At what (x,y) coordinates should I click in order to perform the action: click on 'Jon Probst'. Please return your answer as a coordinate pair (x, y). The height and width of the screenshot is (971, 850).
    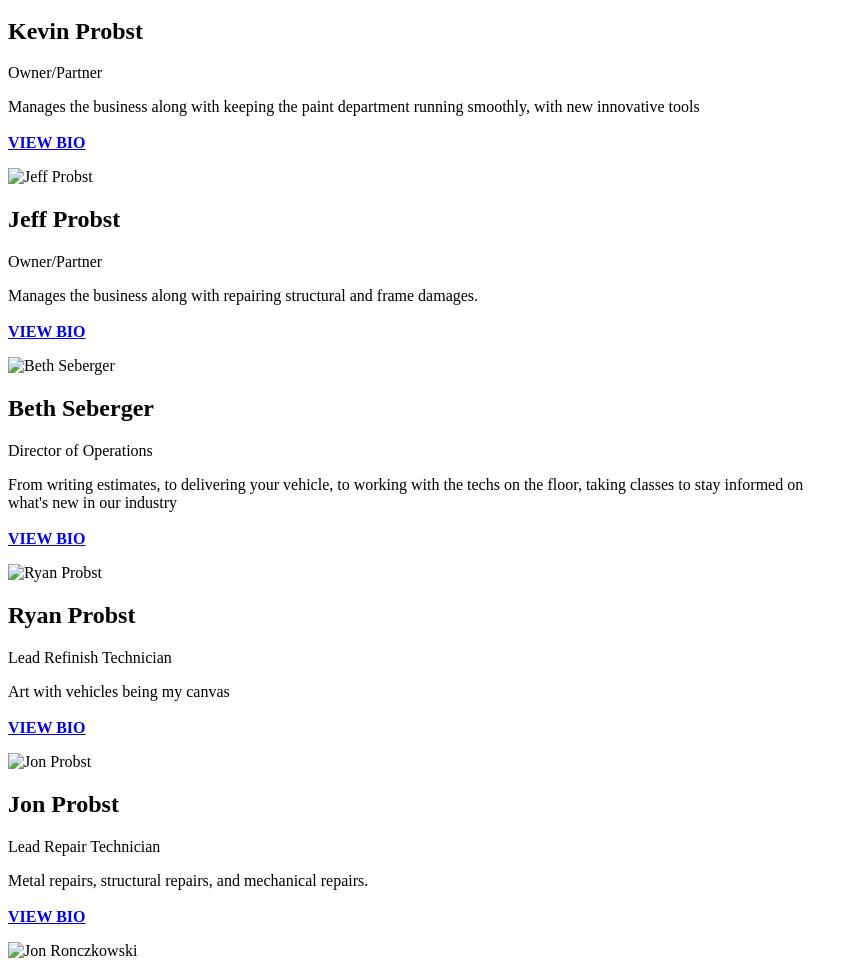
    Looking at the image, I should click on (6, 803).